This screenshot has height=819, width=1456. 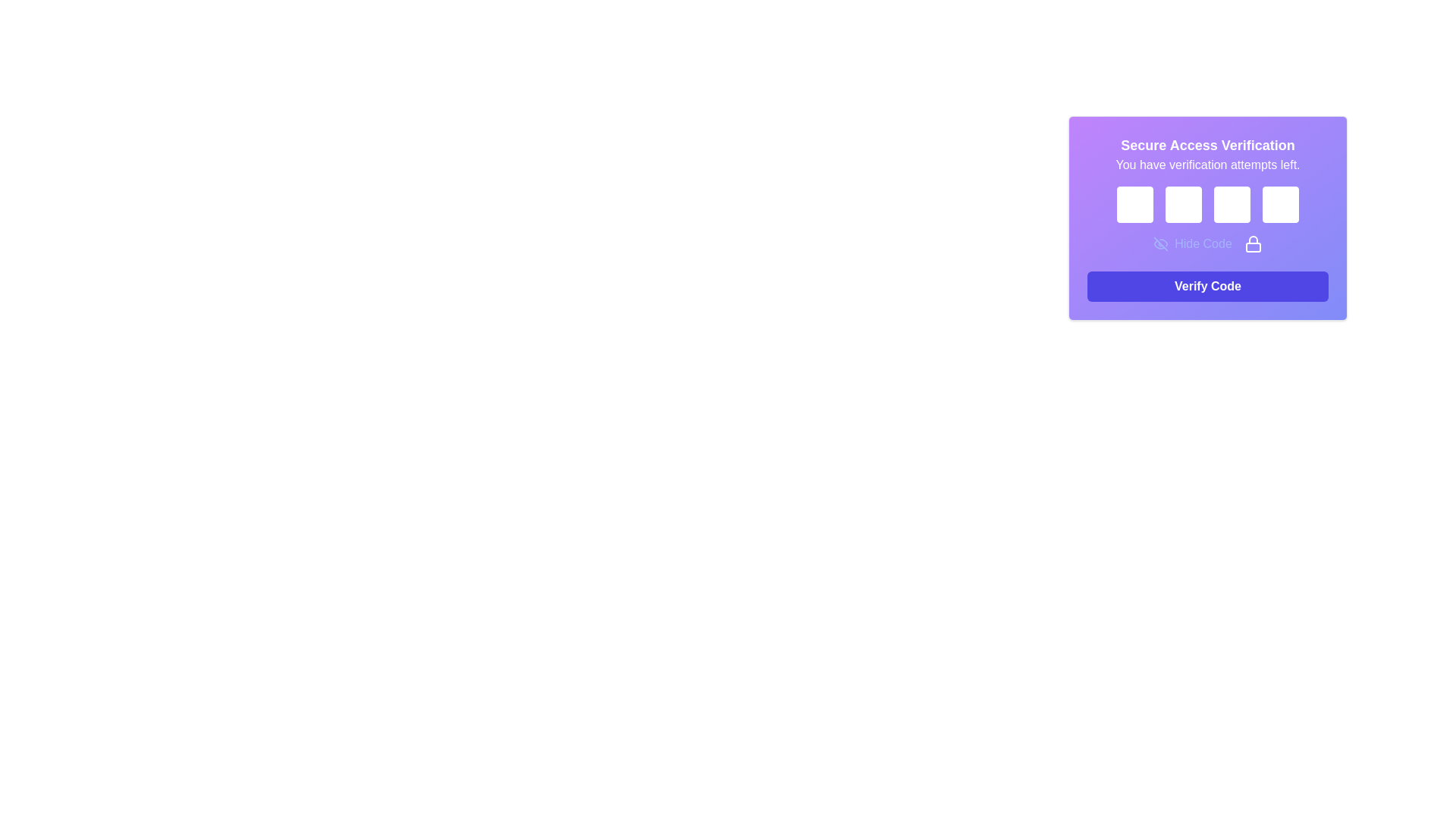 I want to click on the text label that states 'You have verification attempts left.' which is displayed in a light, white-colored font on a gradient purple-blue background, so click(x=1207, y=165).